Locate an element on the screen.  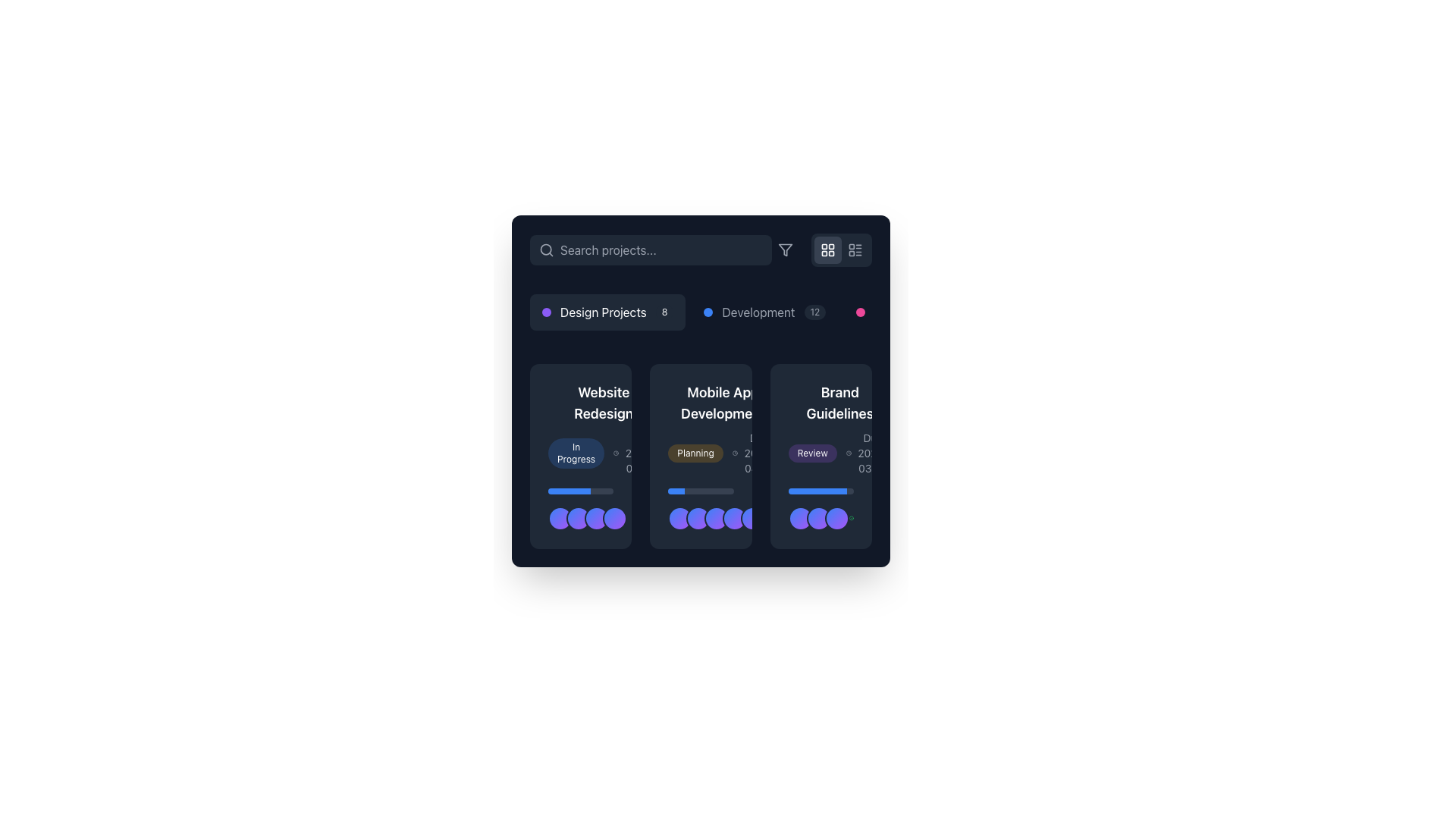
the circular badge or avatar with a blue to purple gradient background, located at the bottom of the 'Brand Guidelines' card in the rightmost column is located at coordinates (799, 517).